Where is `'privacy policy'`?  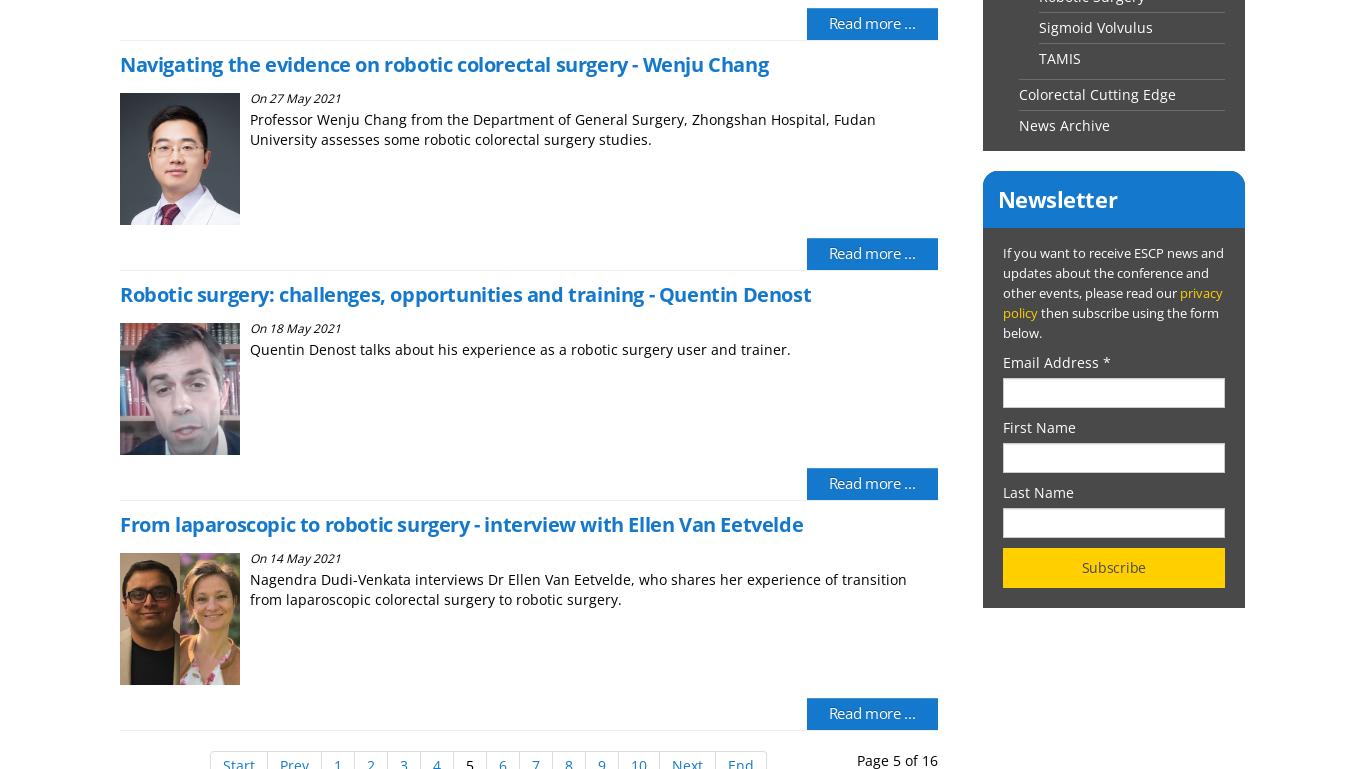 'privacy policy' is located at coordinates (1111, 301).